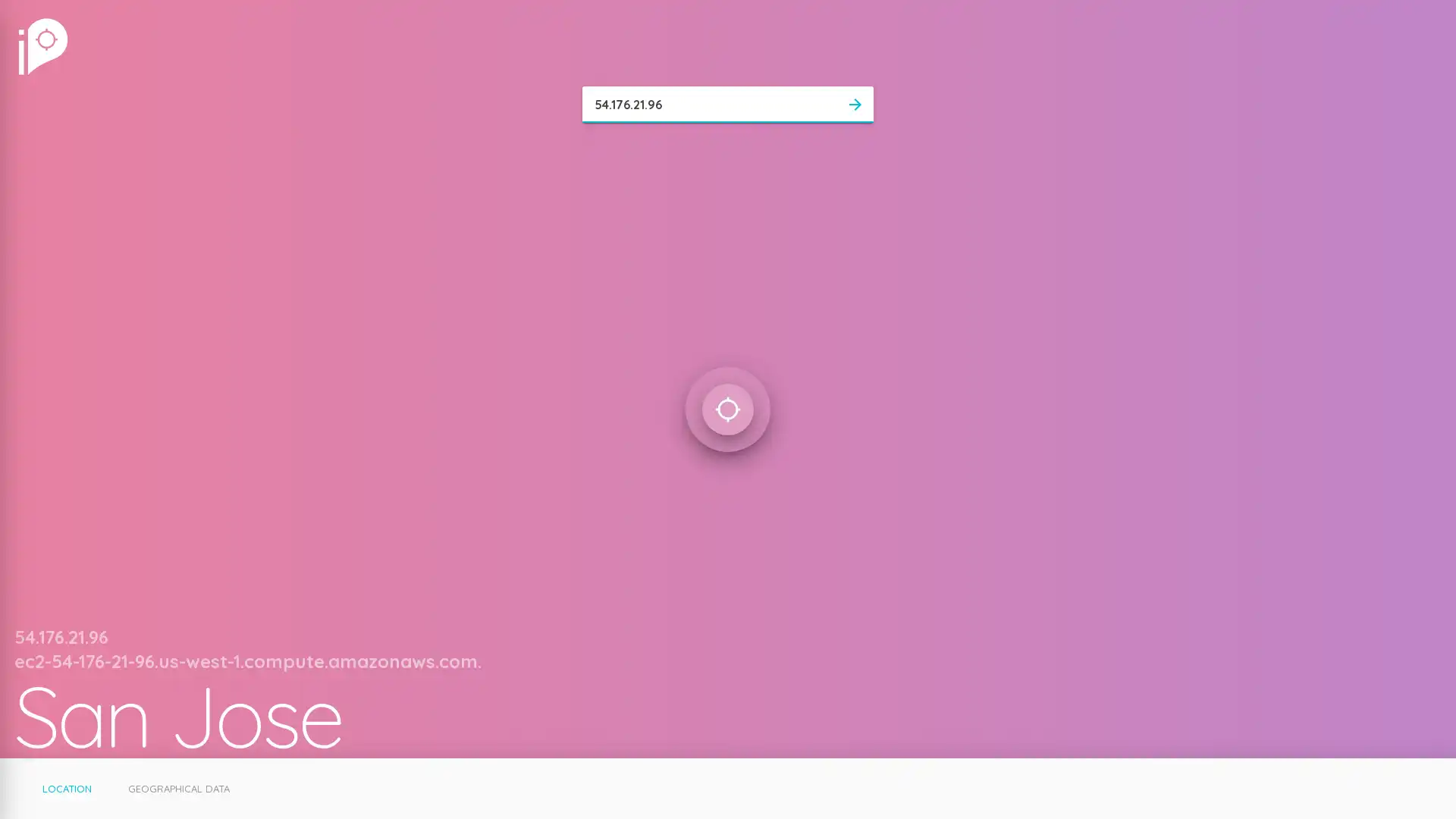 The height and width of the screenshot is (819, 1456). What do you see at coordinates (855, 104) in the screenshot?
I see `arrow_forward` at bounding box center [855, 104].